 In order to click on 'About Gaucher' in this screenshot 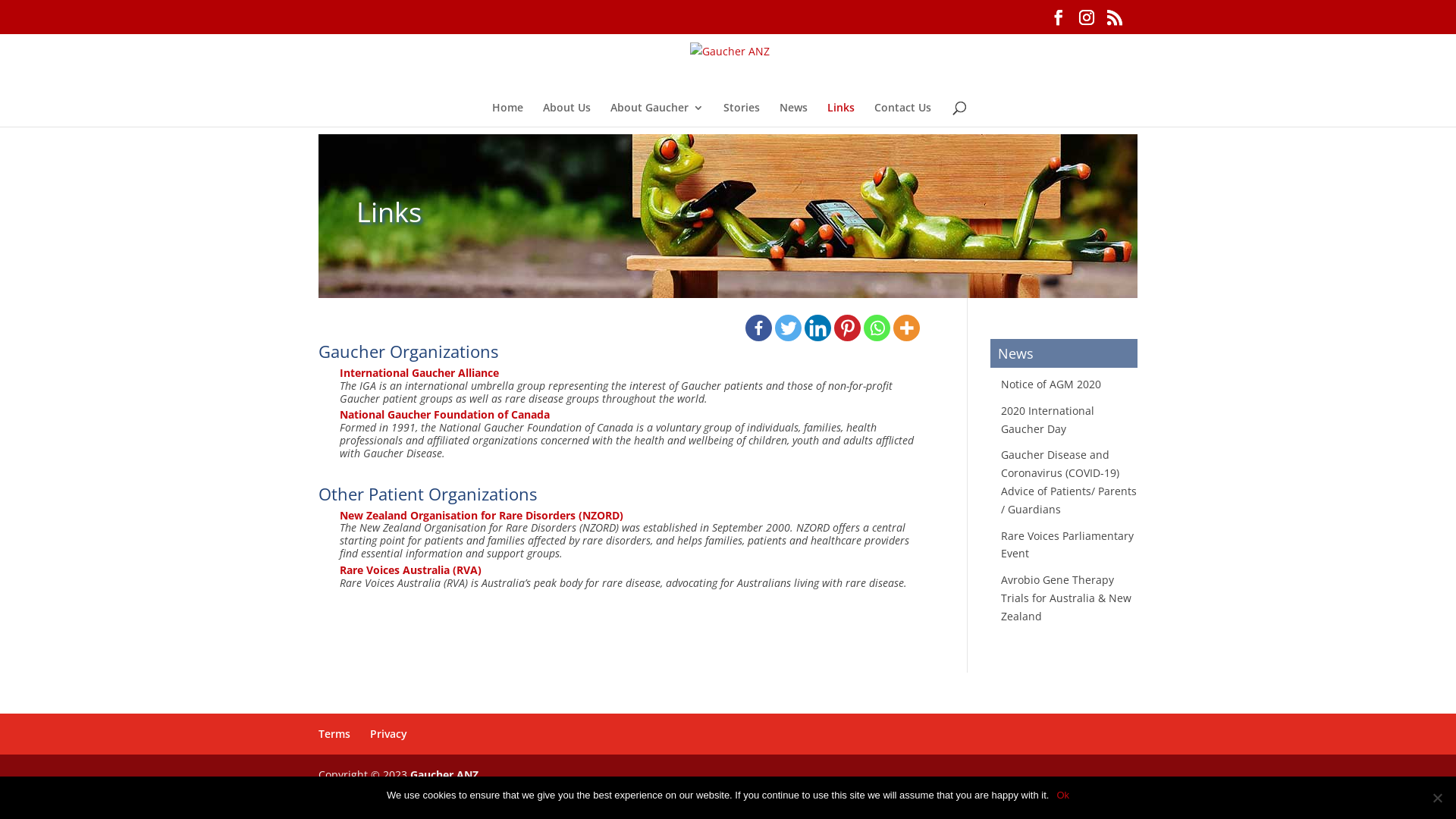, I will do `click(610, 113)`.